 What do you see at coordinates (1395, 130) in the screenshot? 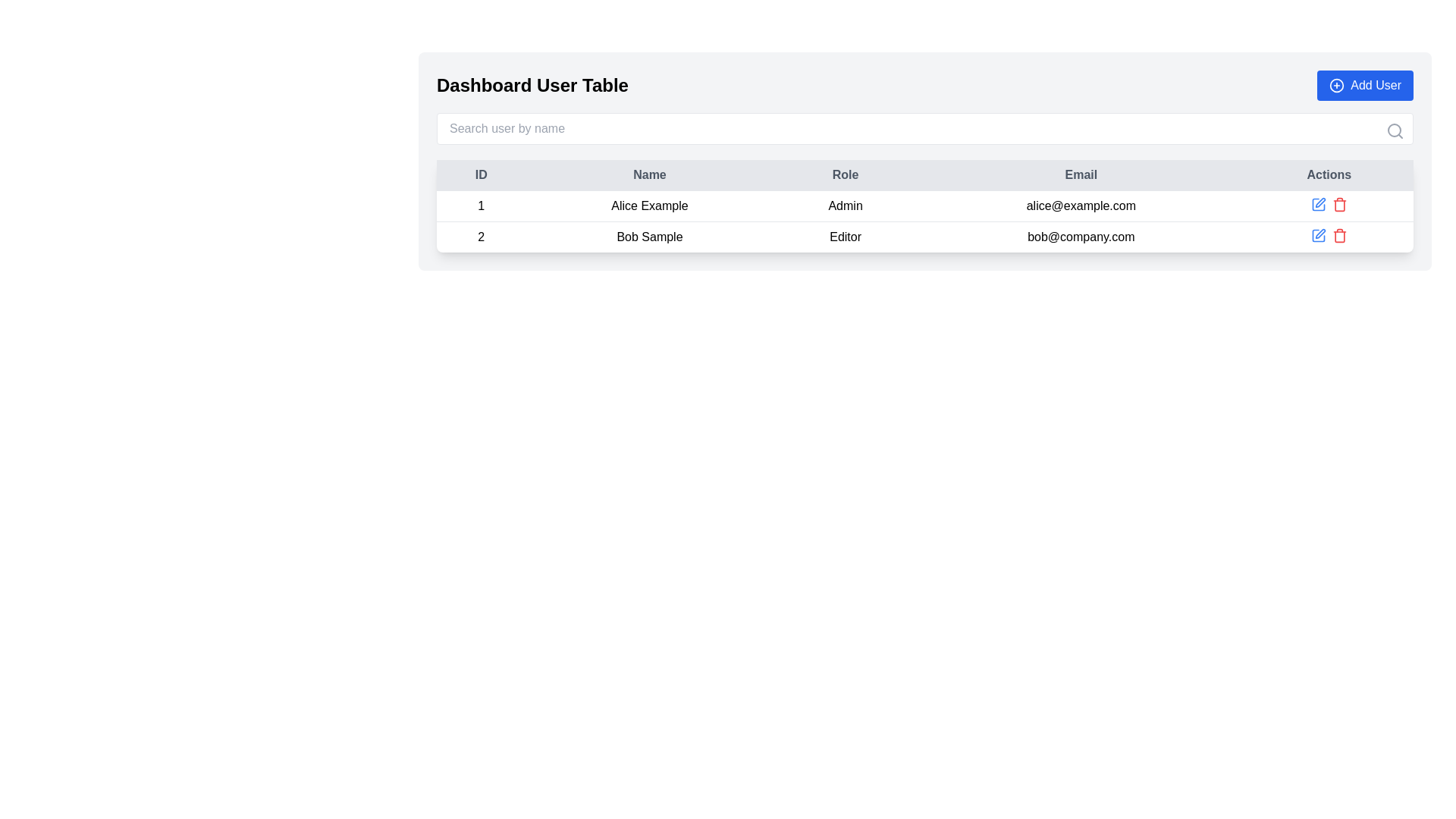
I see `the search icon located at the right end of the search bar` at bounding box center [1395, 130].